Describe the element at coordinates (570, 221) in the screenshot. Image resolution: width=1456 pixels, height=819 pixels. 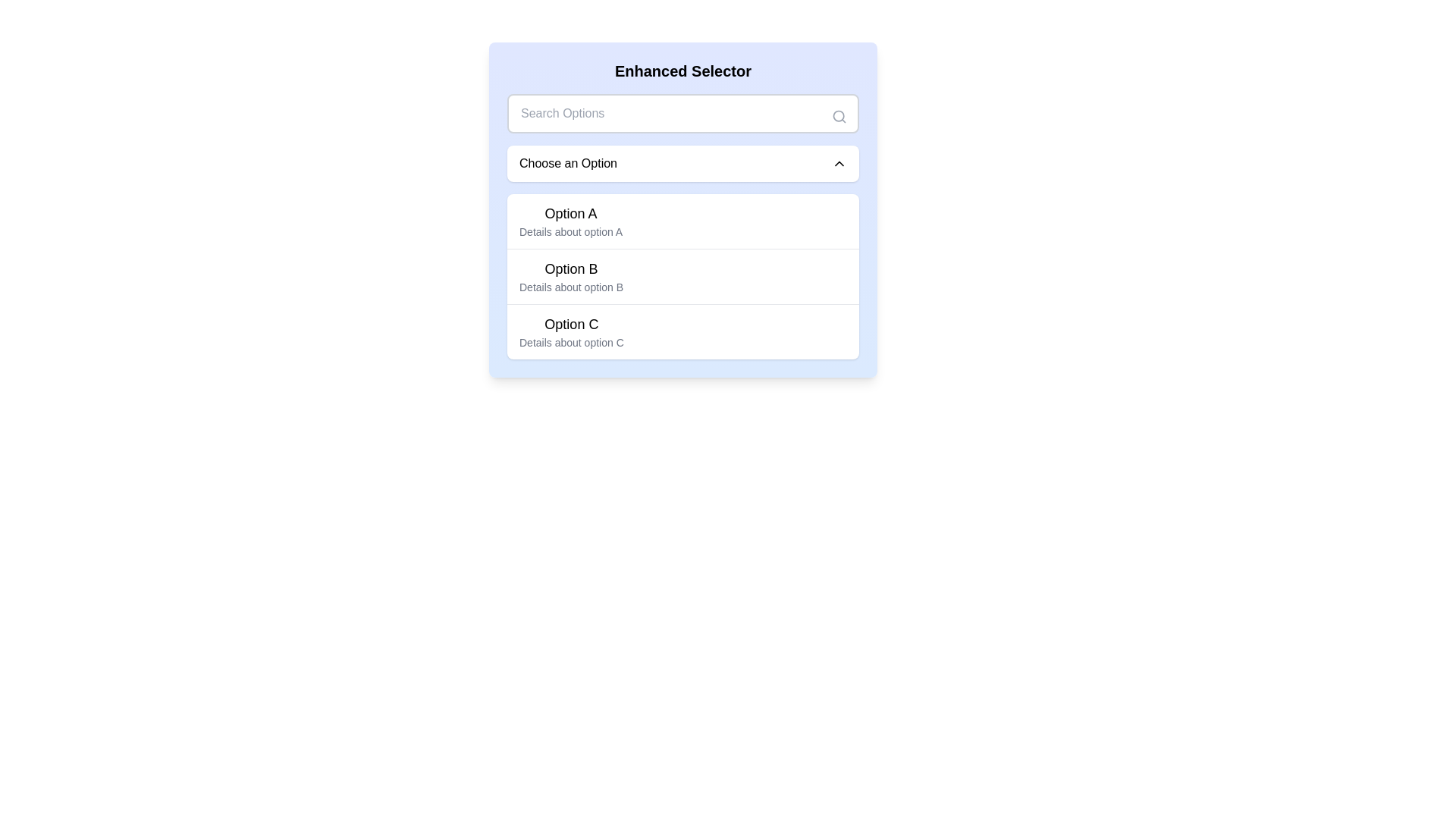
I see `the first list item labeled 'Option A'` at that location.